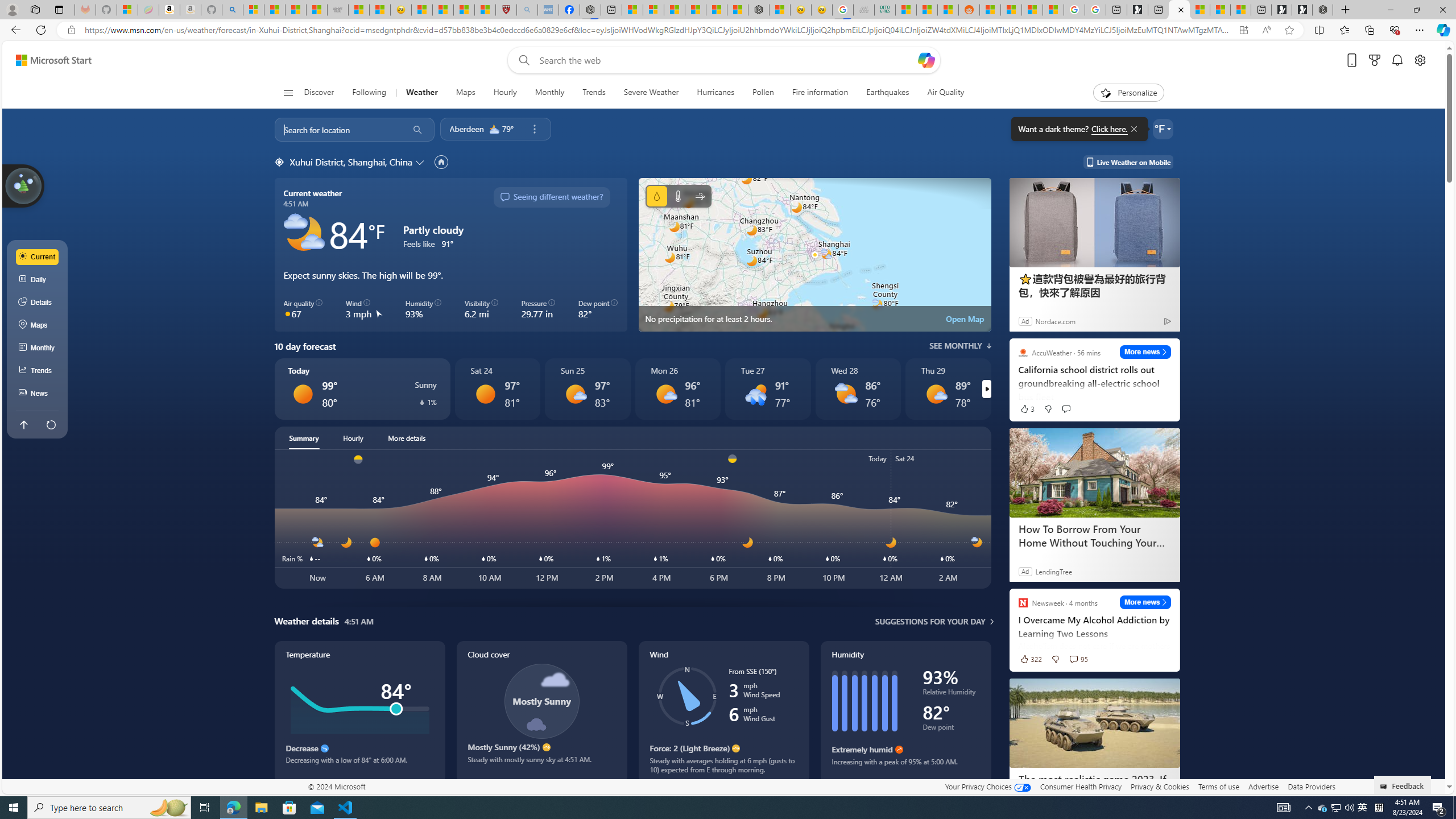 Image resolution: width=1456 pixels, height=819 pixels. I want to click on 'Weather', so click(421, 92).